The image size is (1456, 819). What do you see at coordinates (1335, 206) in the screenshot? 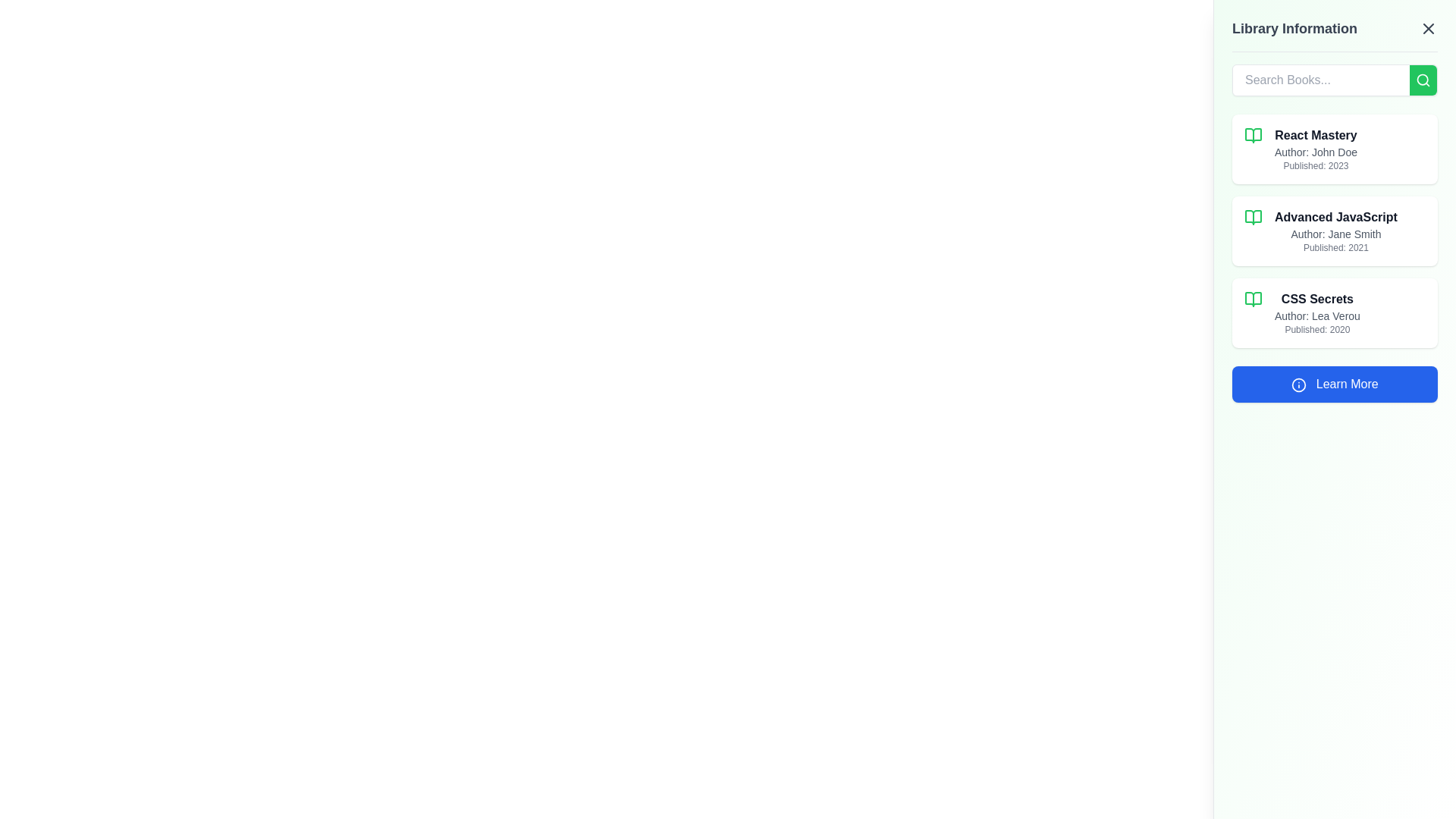
I see `the second book card` at bounding box center [1335, 206].